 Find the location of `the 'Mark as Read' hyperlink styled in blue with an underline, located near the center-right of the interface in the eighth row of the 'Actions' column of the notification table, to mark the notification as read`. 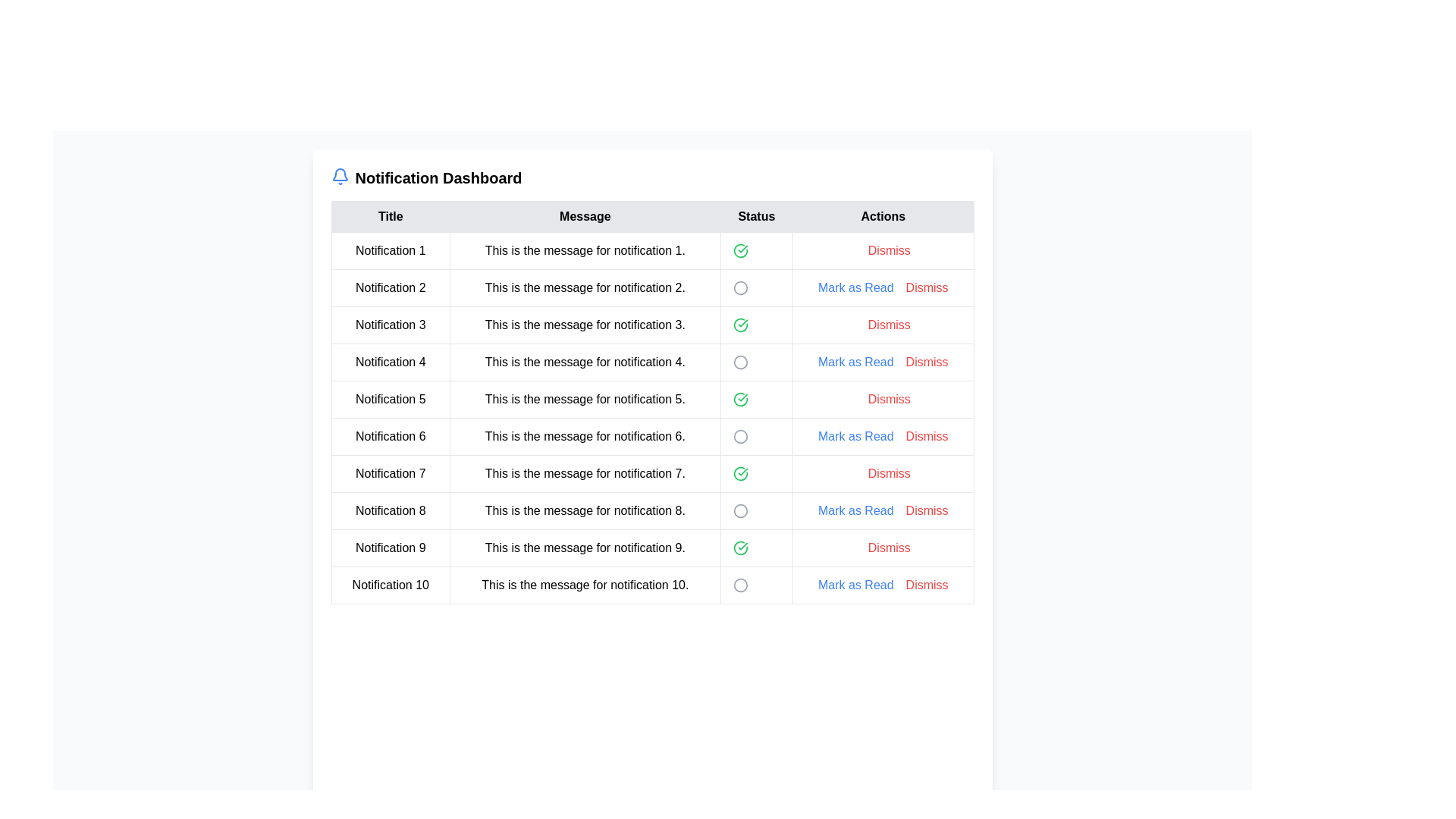

the 'Mark as Read' hyperlink styled in blue with an underline, located near the center-right of the interface in the eighth row of the 'Actions' column of the notification table, to mark the notification as read is located at coordinates (855, 511).